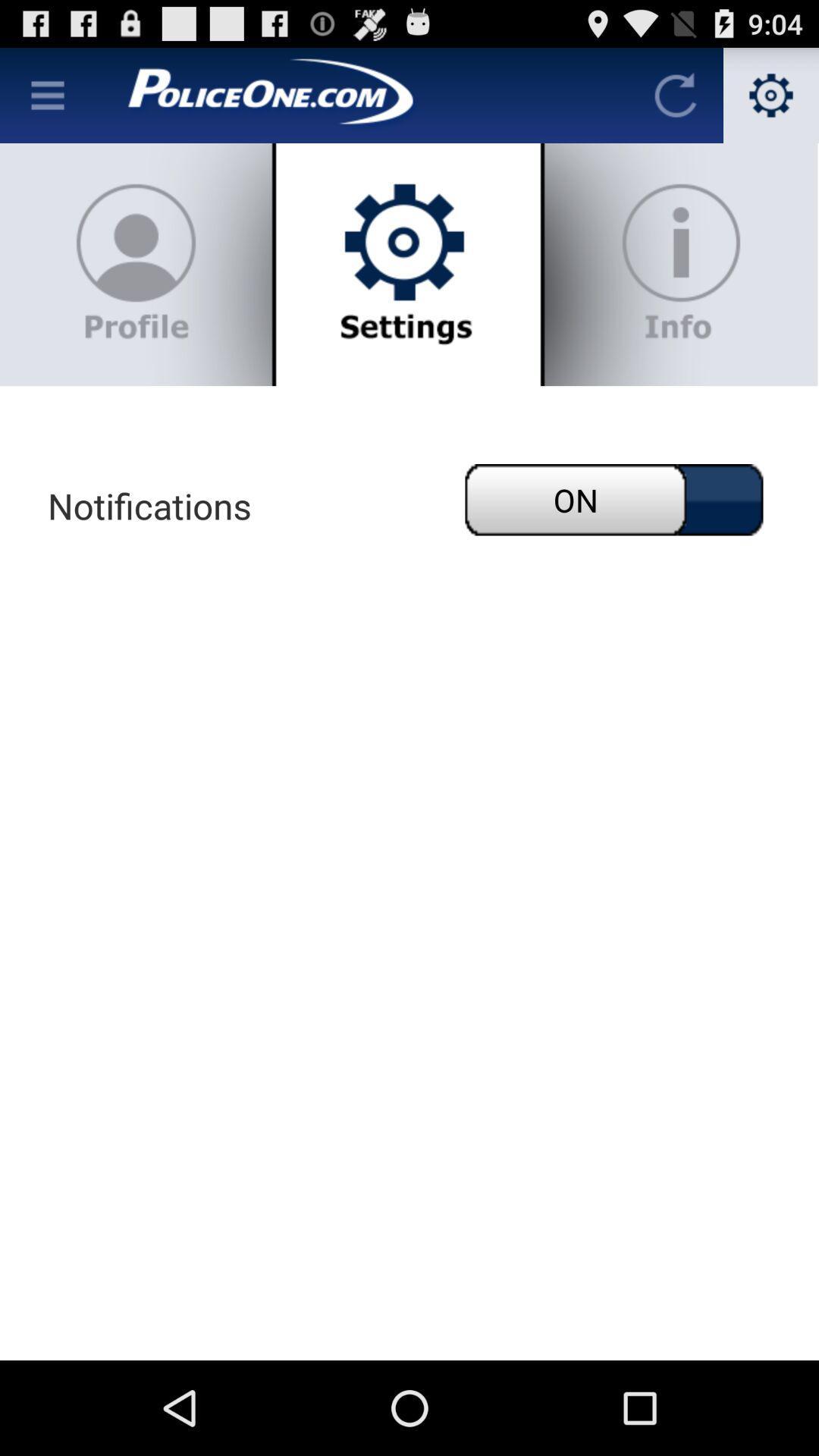 This screenshot has width=819, height=1456. What do you see at coordinates (771, 101) in the screenshot?
I see `the settings icon` at bounding box center [771, 101].